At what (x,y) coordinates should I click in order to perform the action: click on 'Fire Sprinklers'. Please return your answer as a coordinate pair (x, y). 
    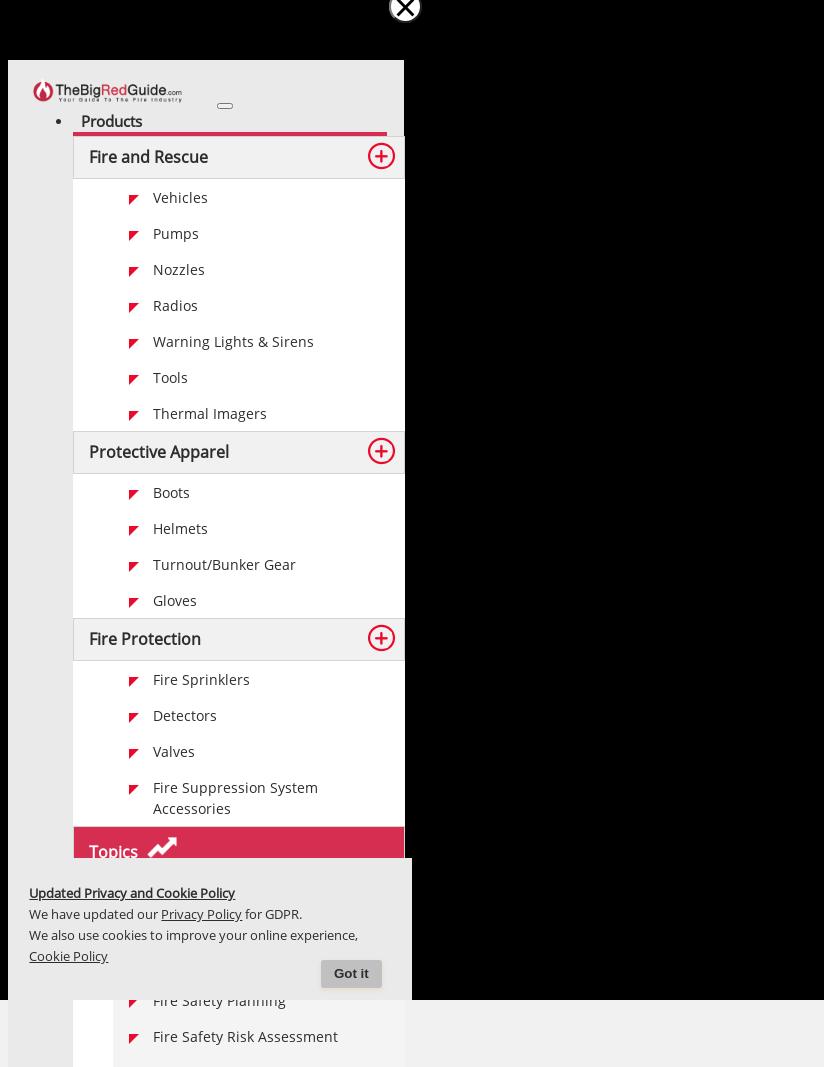
    Looking at the image, I should click on (201, 679).